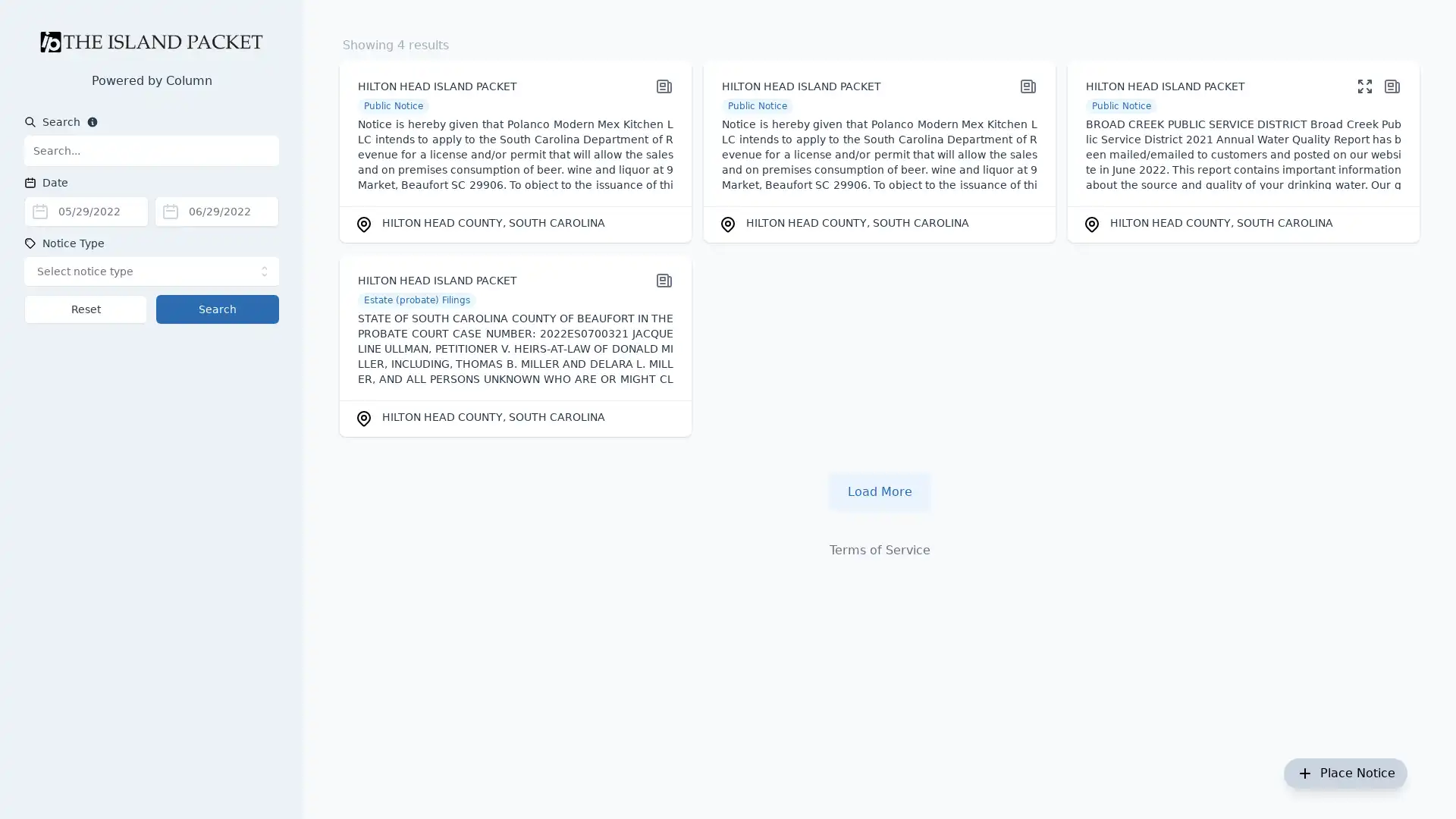  I want to click on Load more notices, so click(879, 491).